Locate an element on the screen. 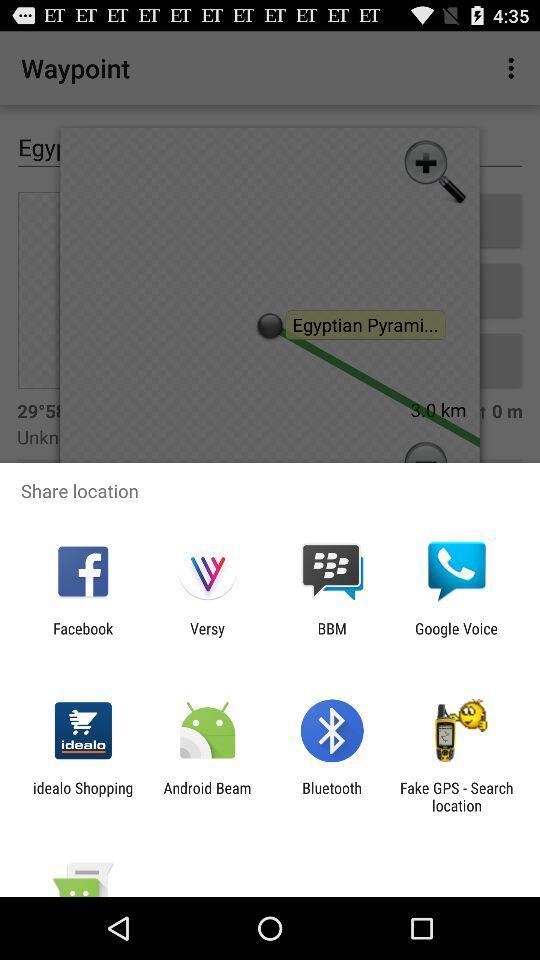 This screenshot has width=540, height=960. the versy item is located at coordinates (206, 636).